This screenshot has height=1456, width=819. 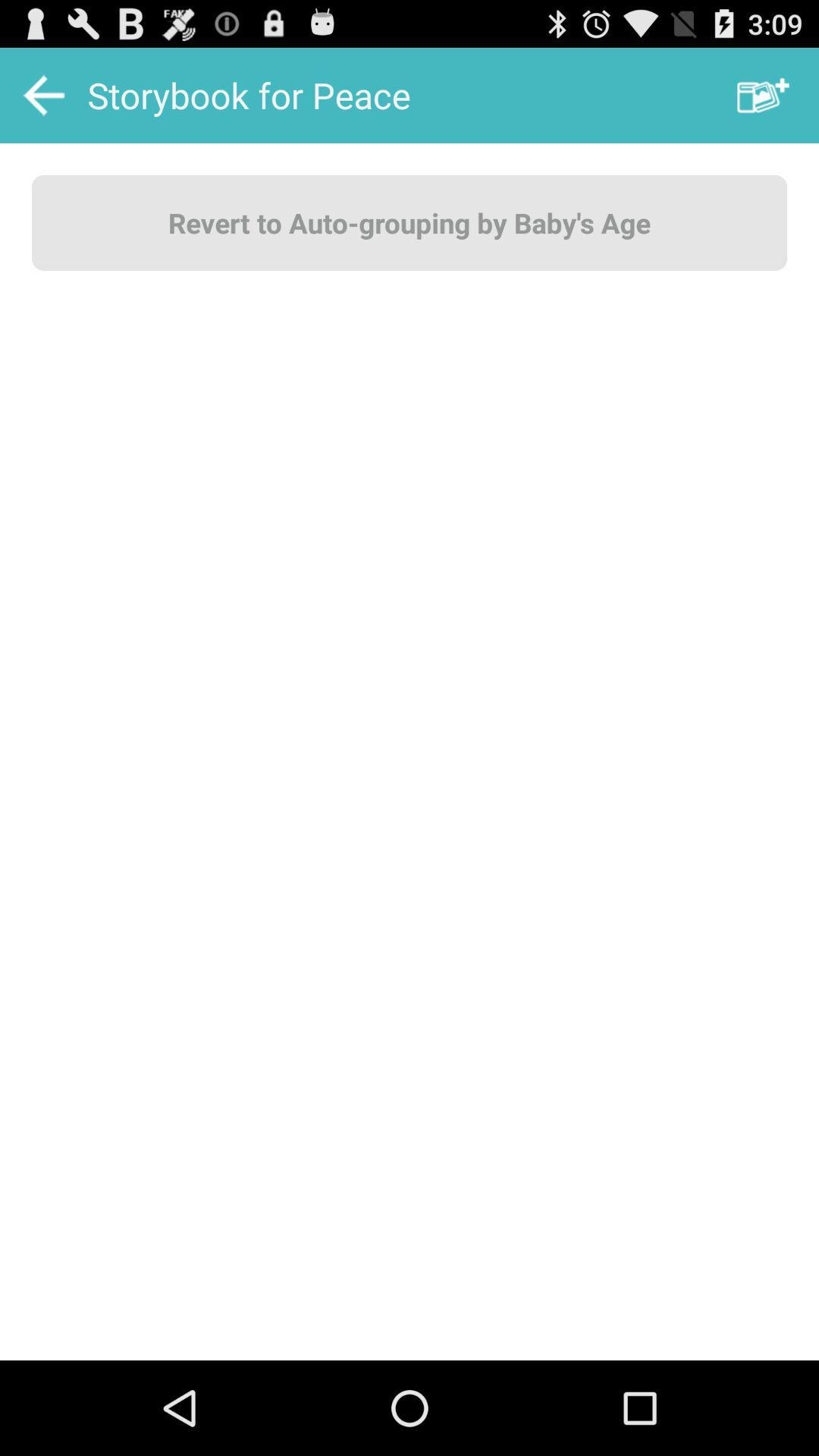 What do you see at coordinates (409, 221) in the screenshot?
I see `revert to auto` at bounding box center [409, 221].